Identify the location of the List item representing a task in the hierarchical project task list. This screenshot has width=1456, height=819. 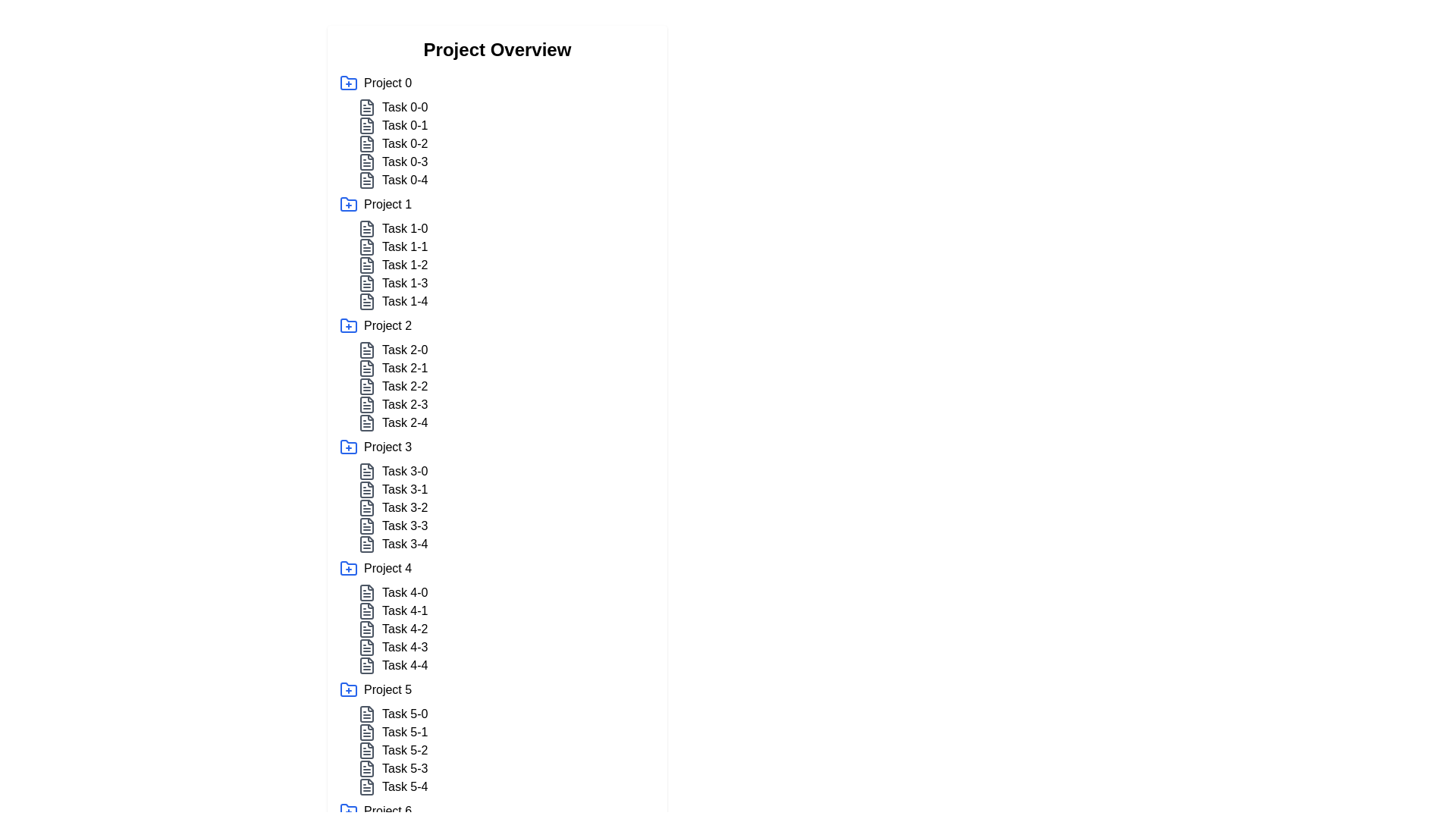
(506, 489).